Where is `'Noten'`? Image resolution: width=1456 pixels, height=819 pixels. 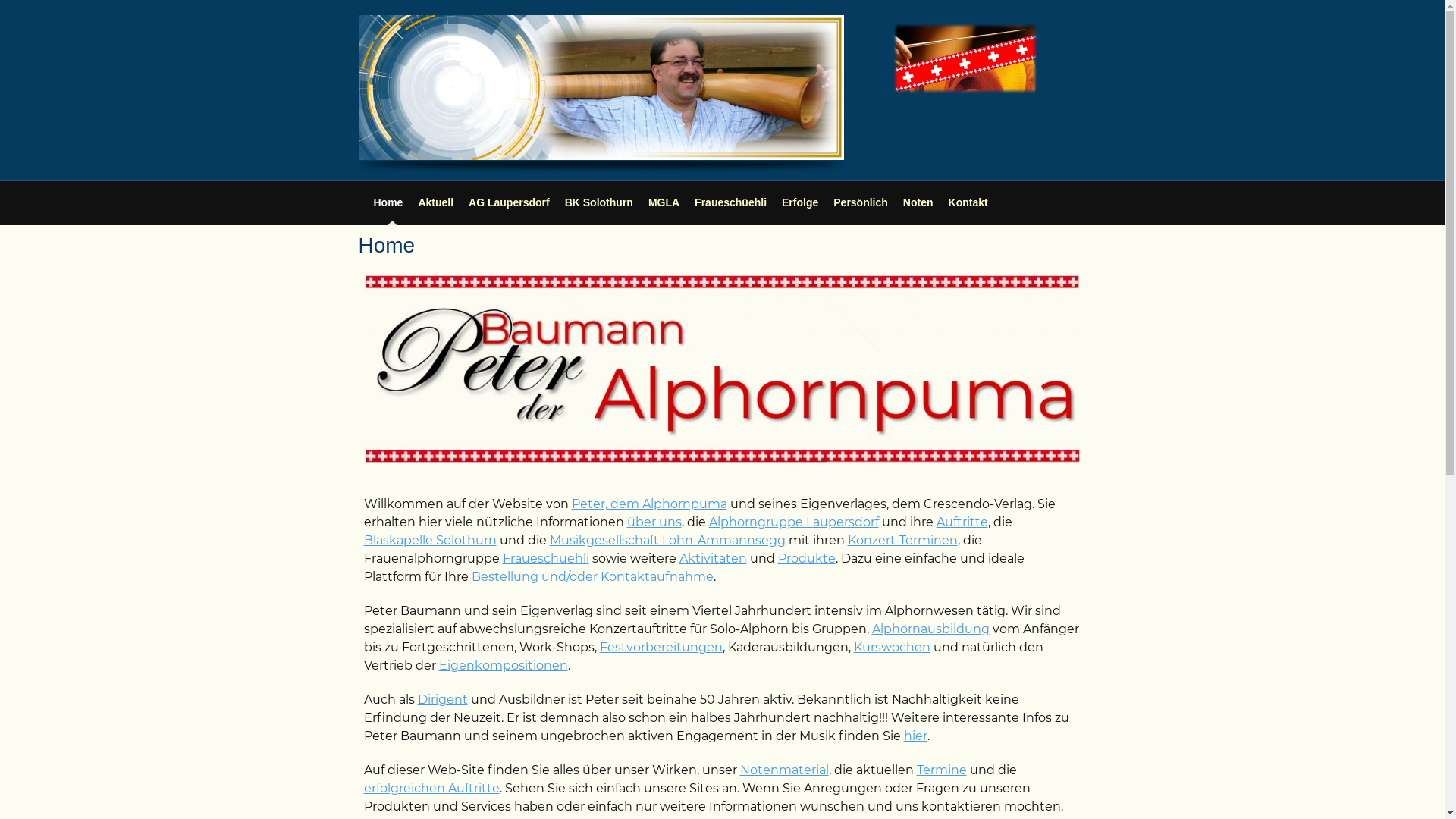
'Noten' is located at coordinates (902, 201).